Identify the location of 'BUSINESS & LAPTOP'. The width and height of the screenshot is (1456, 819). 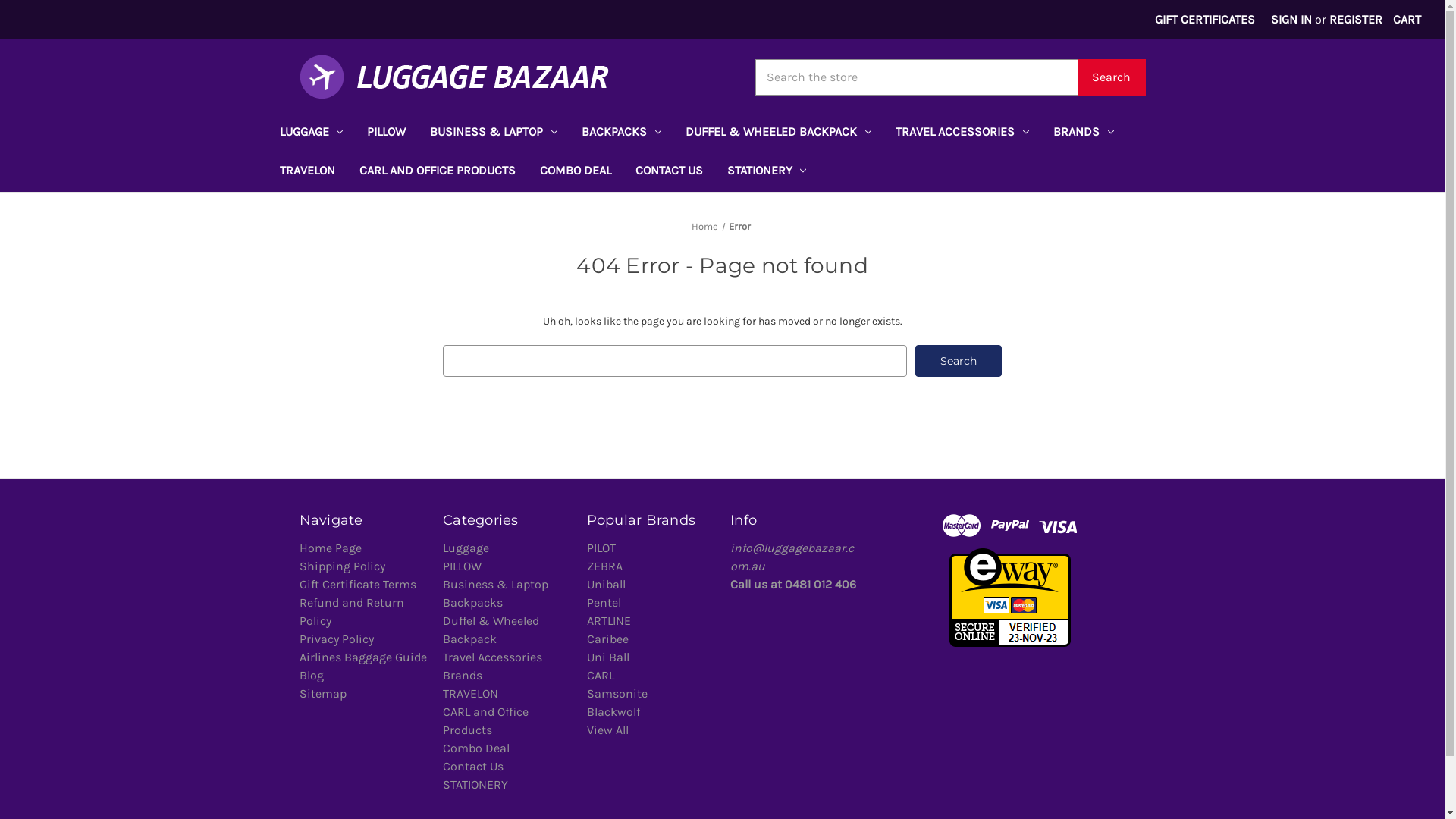
(494, 133).